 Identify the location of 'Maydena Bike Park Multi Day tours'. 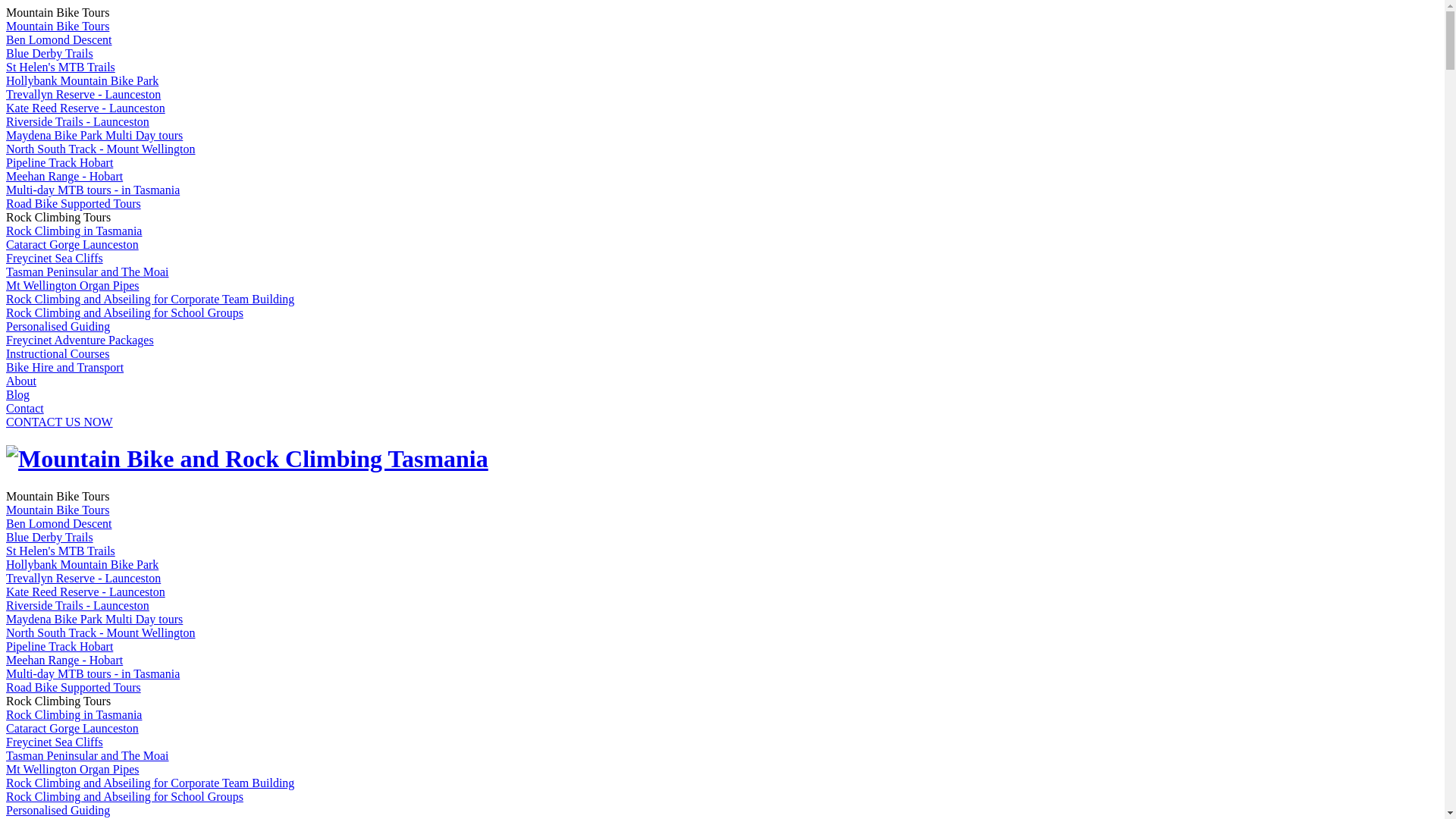
(93, 619).